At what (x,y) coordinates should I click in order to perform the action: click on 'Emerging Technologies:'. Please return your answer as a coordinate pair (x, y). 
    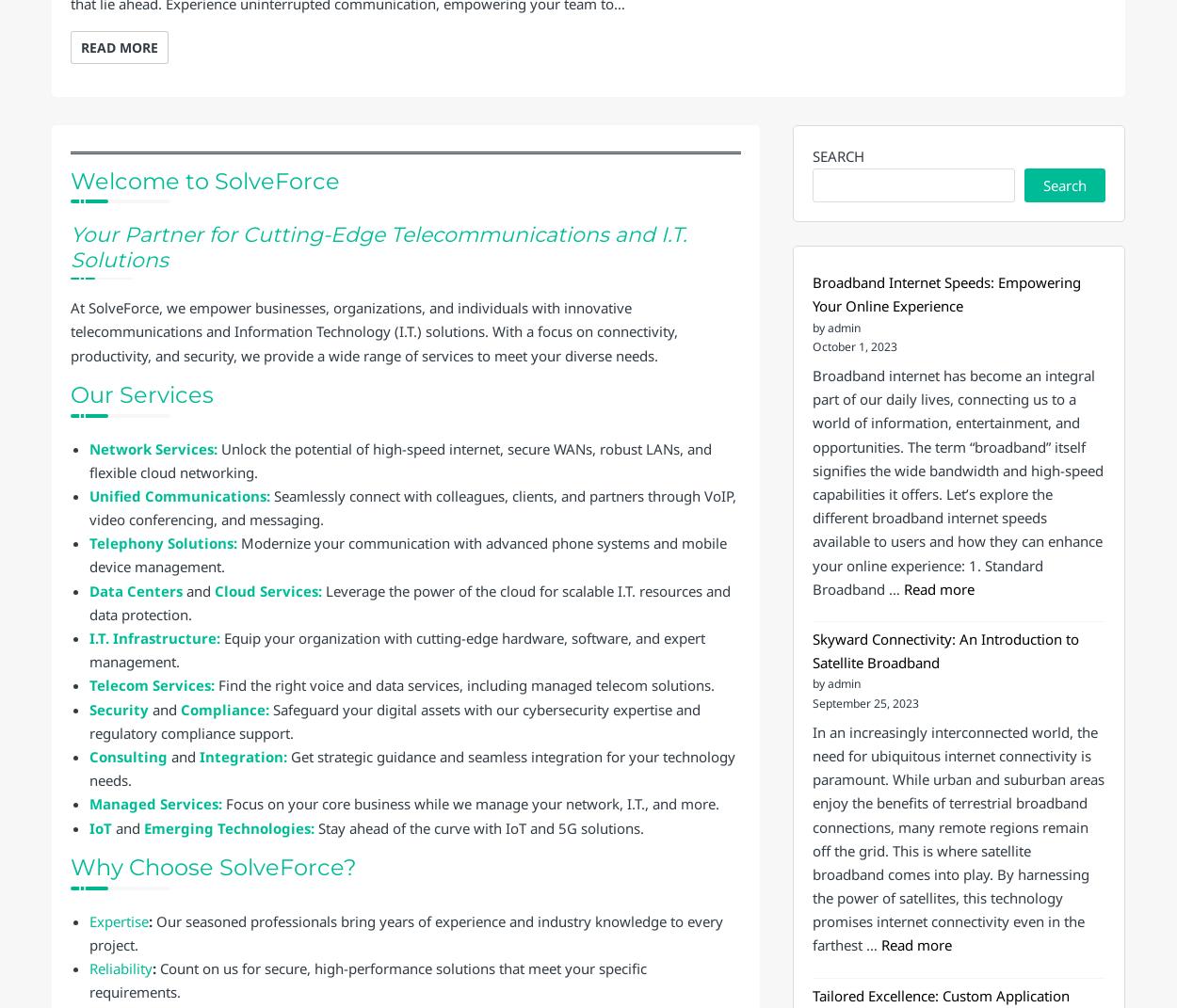
    Looking at the image, I should click on (228, 826).